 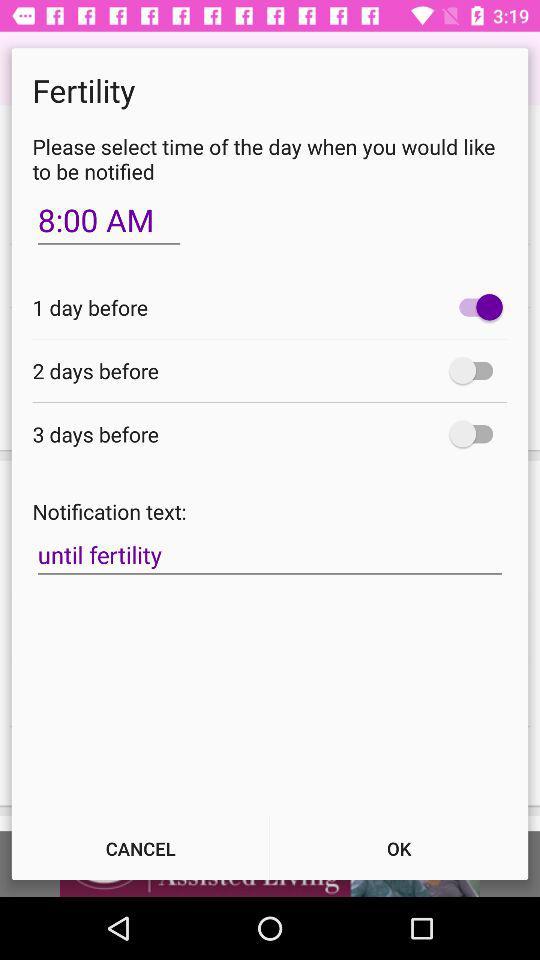 I want to click on 2 days before notification option, so click(x=475, y=369).